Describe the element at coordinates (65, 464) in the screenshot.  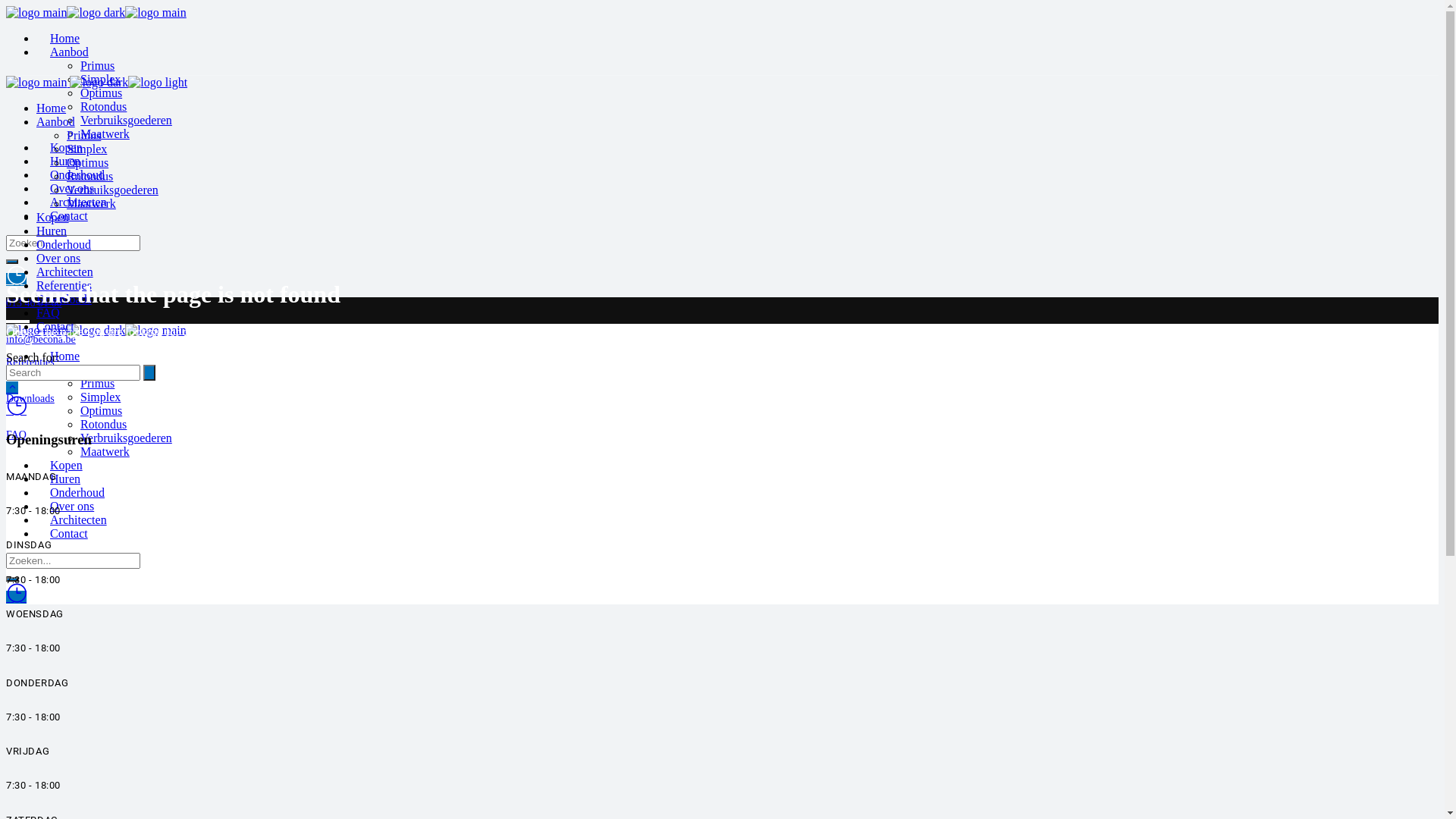
I see `'Kopen'` at that location.